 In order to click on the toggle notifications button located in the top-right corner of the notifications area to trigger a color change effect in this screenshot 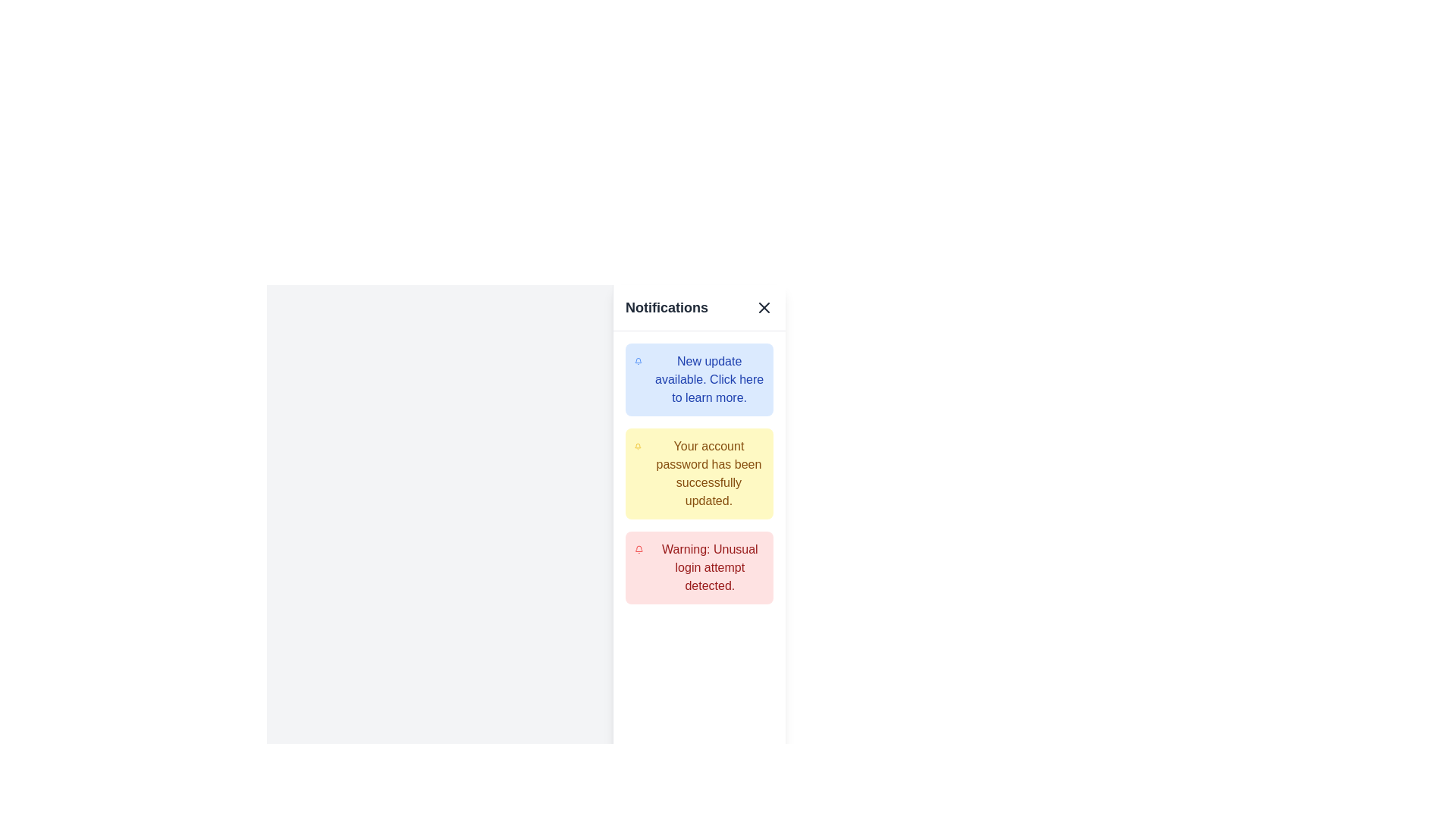, I will do `click(689, 327)`.